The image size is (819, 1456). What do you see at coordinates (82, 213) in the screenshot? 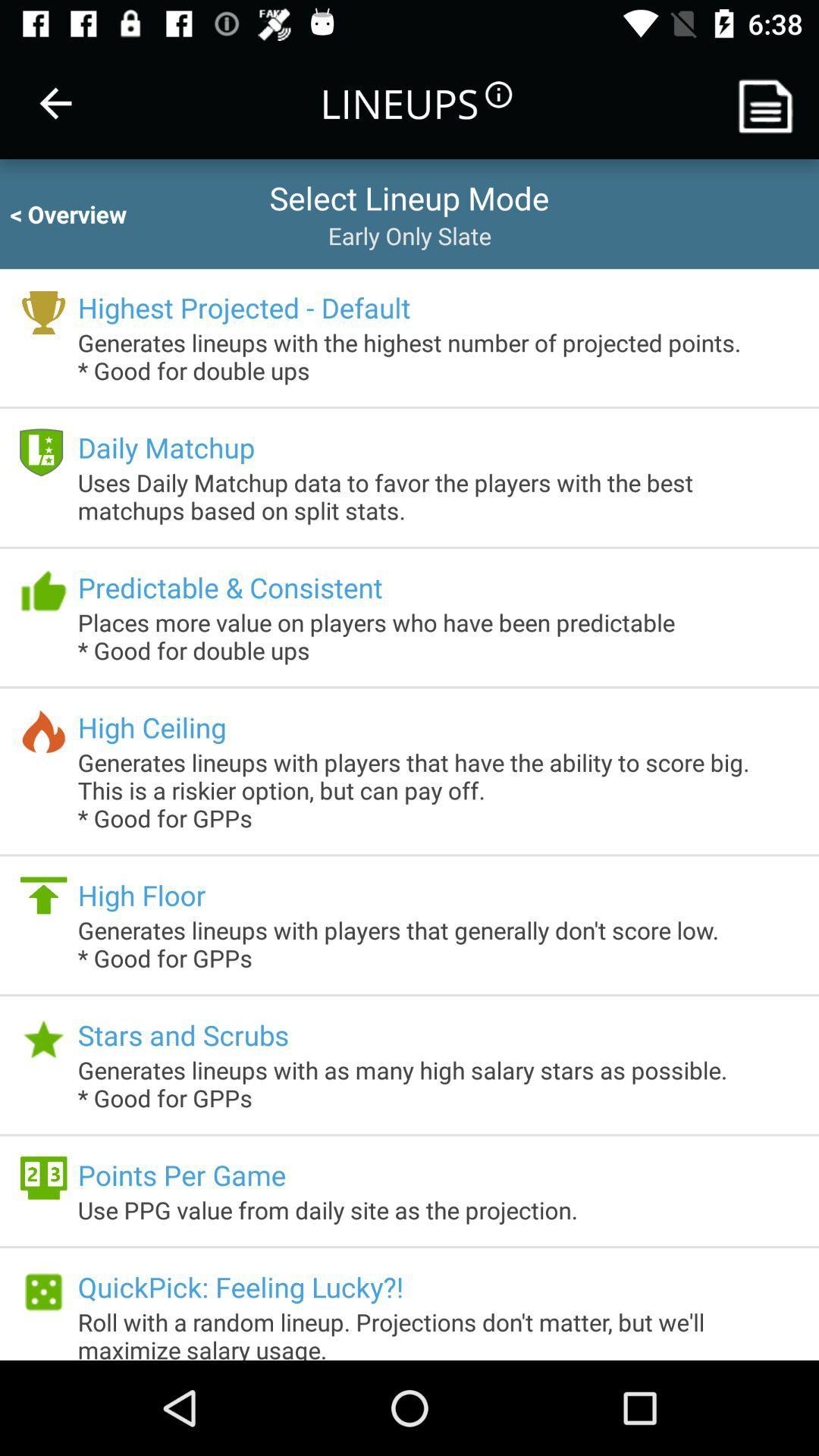
I see `the < overview icon` at bounding box center [82, 213].